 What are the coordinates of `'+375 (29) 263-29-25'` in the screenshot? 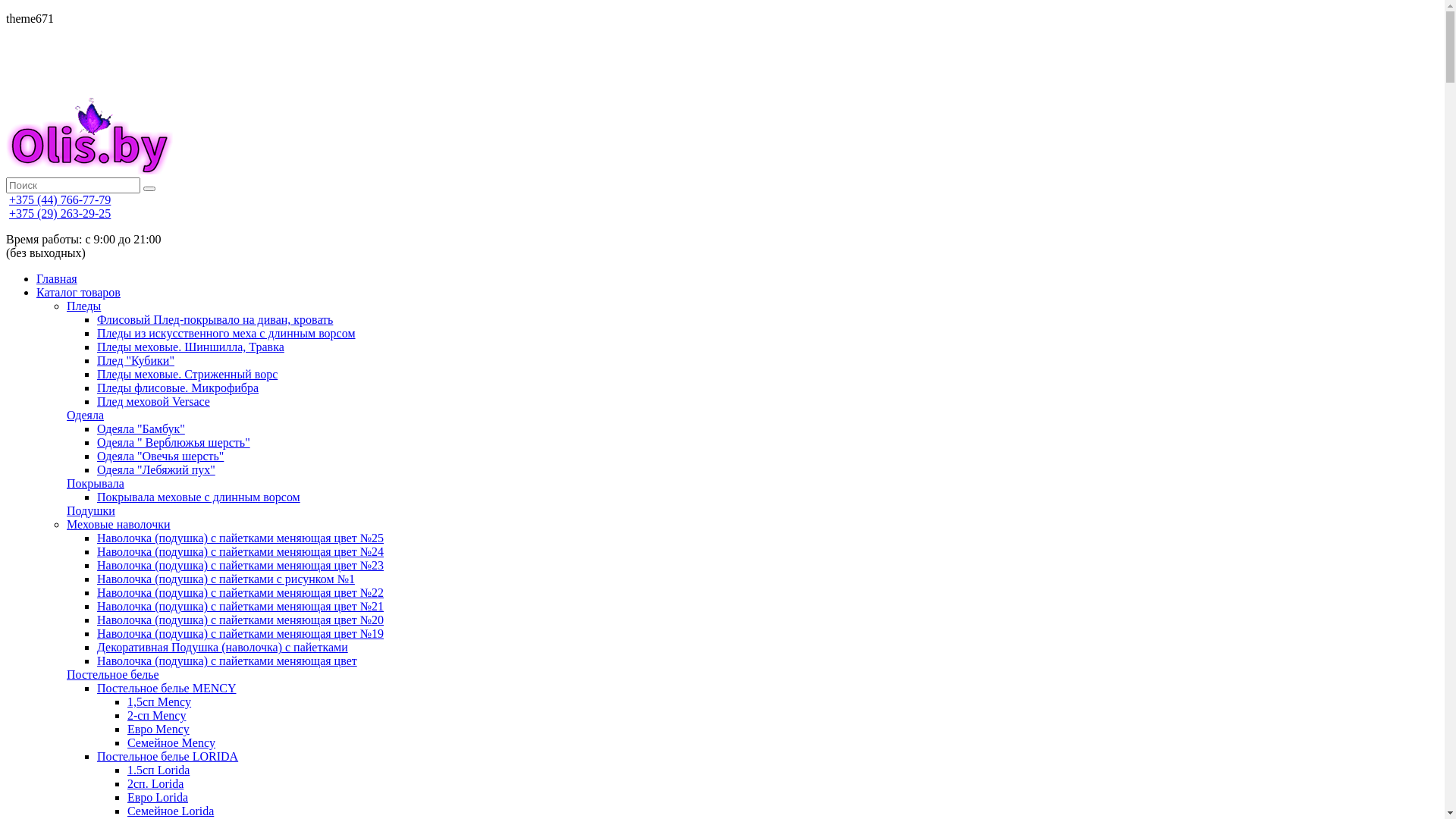 It's located at (59, 213).